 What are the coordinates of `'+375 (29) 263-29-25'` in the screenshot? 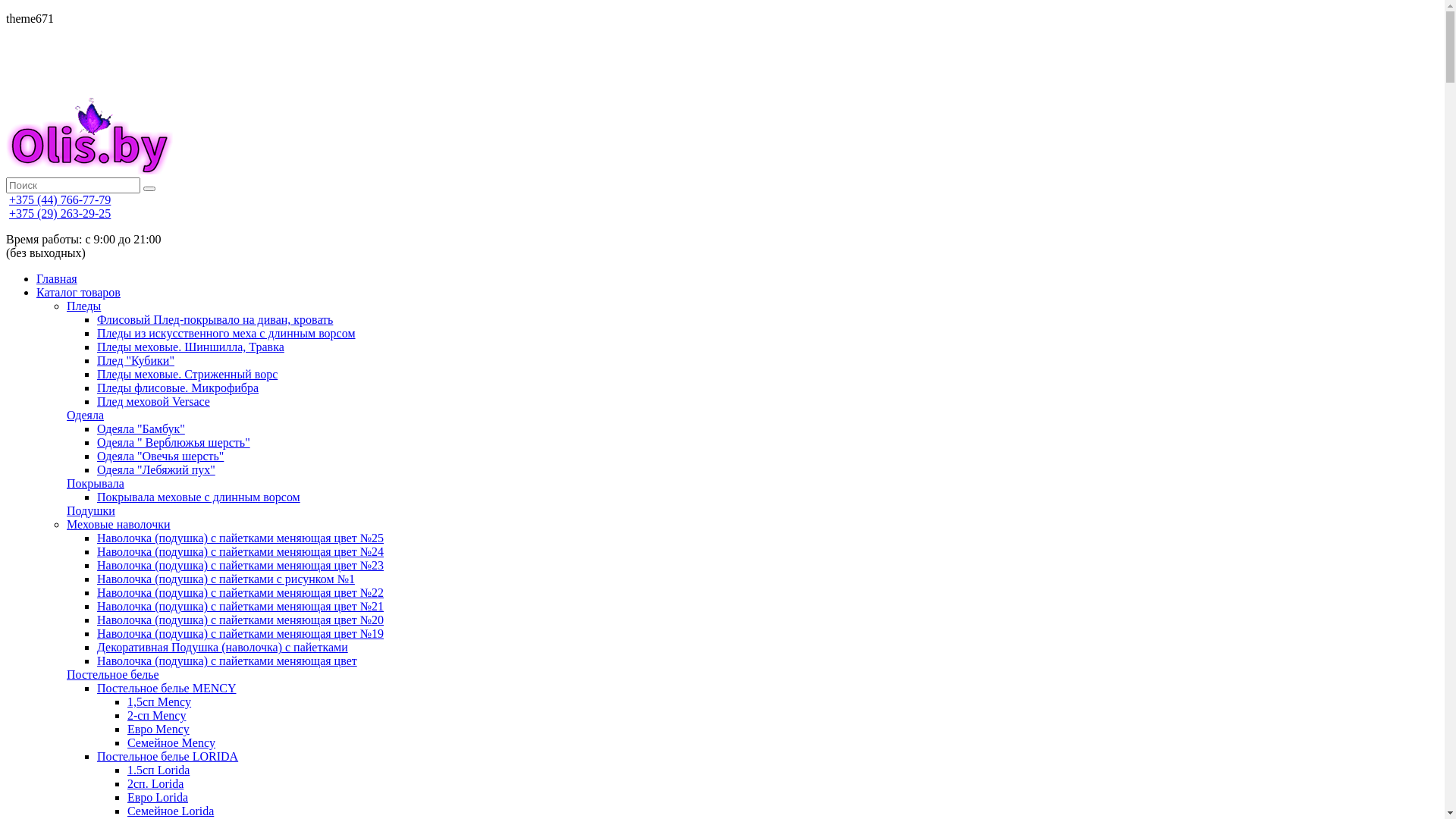 It's located at (59, 213).